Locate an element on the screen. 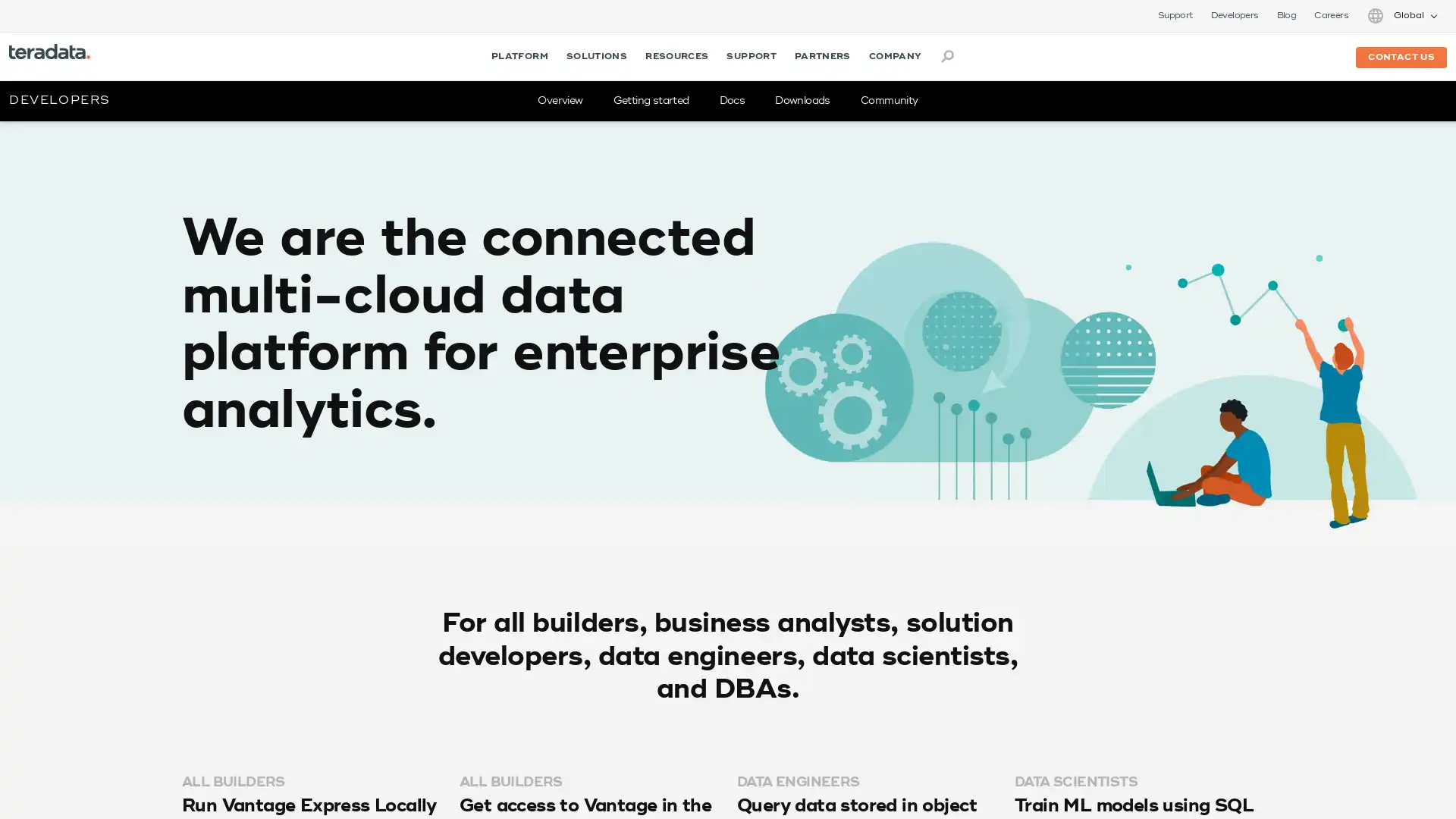 The height and width of the screenshot is (819, 1456). Global is located at coordinates (1401, 15).